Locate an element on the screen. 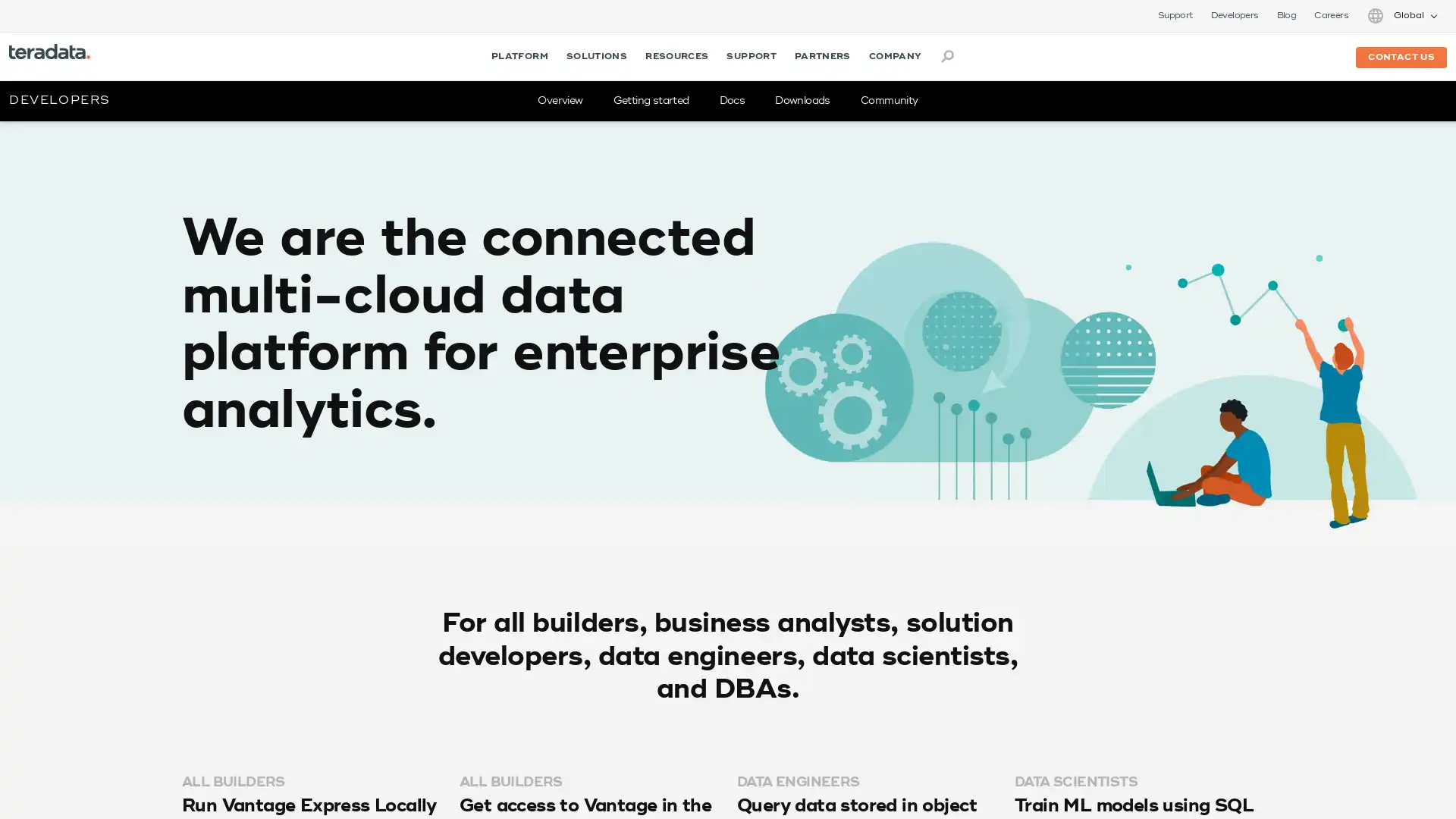 The height and width of the screenshot is (819, 1456). Global is located at coordinates (1401, 15).